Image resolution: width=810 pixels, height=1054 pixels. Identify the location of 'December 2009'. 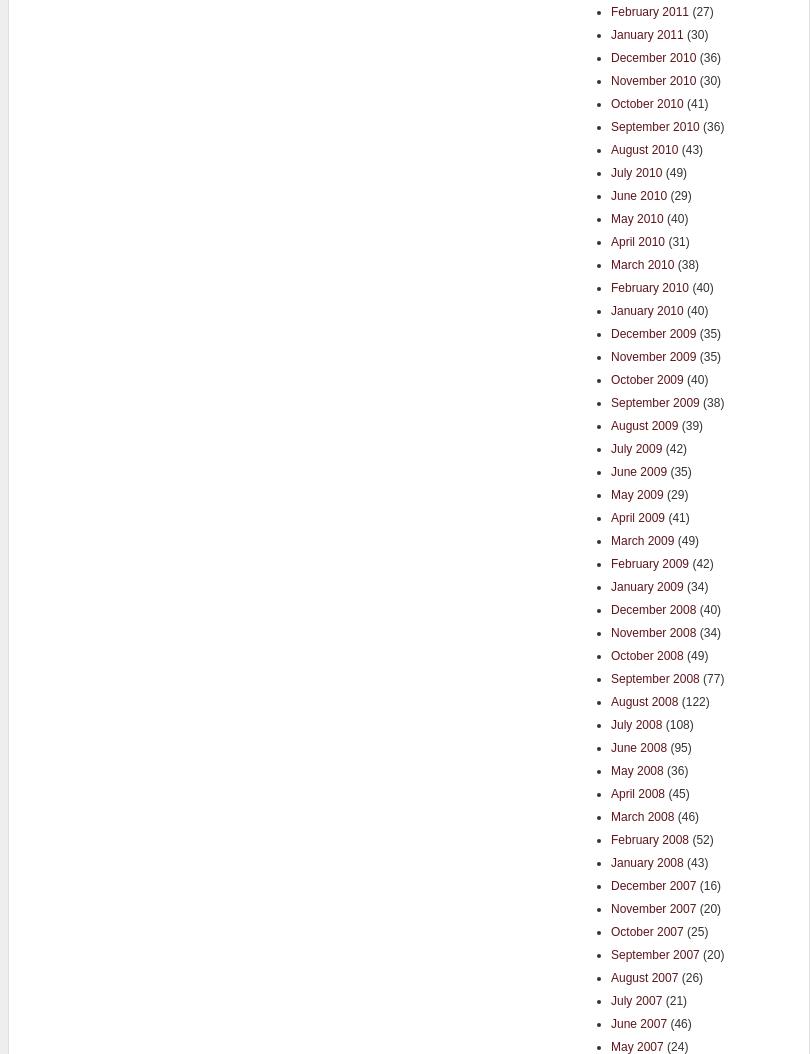
(652, 332).